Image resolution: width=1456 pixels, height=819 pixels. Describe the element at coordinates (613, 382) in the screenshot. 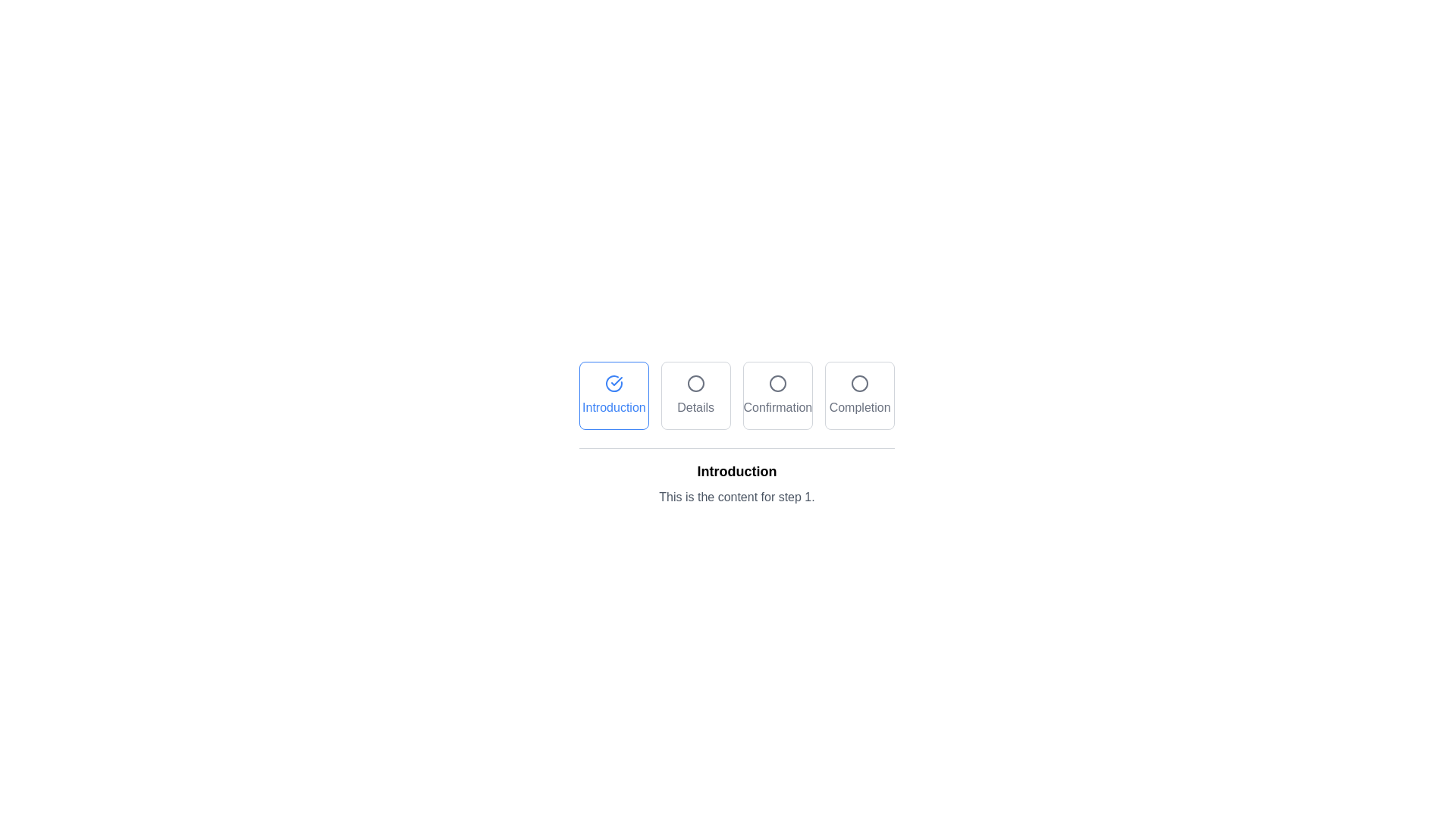

I see `the 'Introduction' button to interact with the progress step indicator for navigation` at that location.